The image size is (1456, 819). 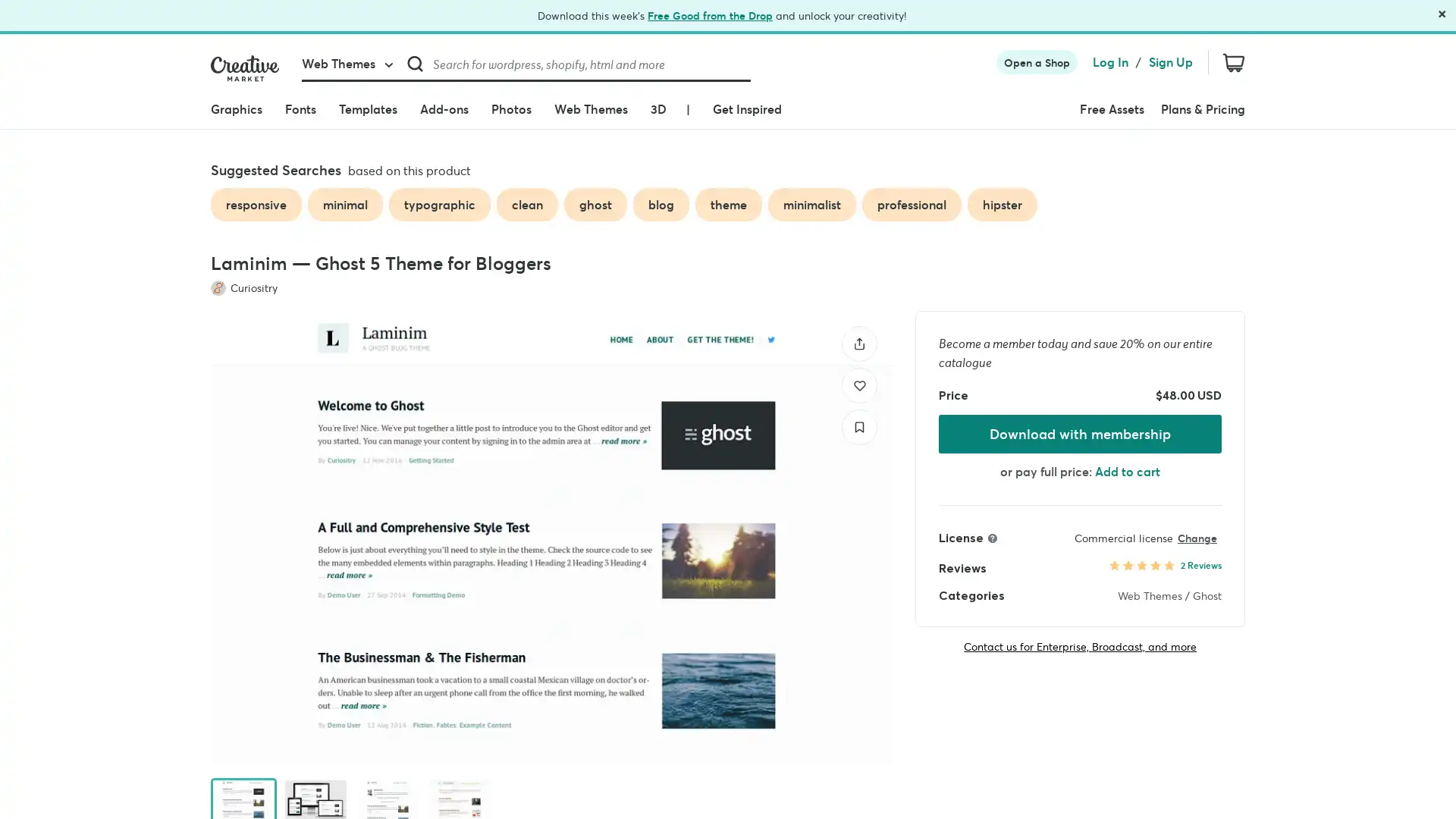 What do you see at coordinates (859, 384) in the screenshot?
I see `Like` at bounding box center [859, 384].